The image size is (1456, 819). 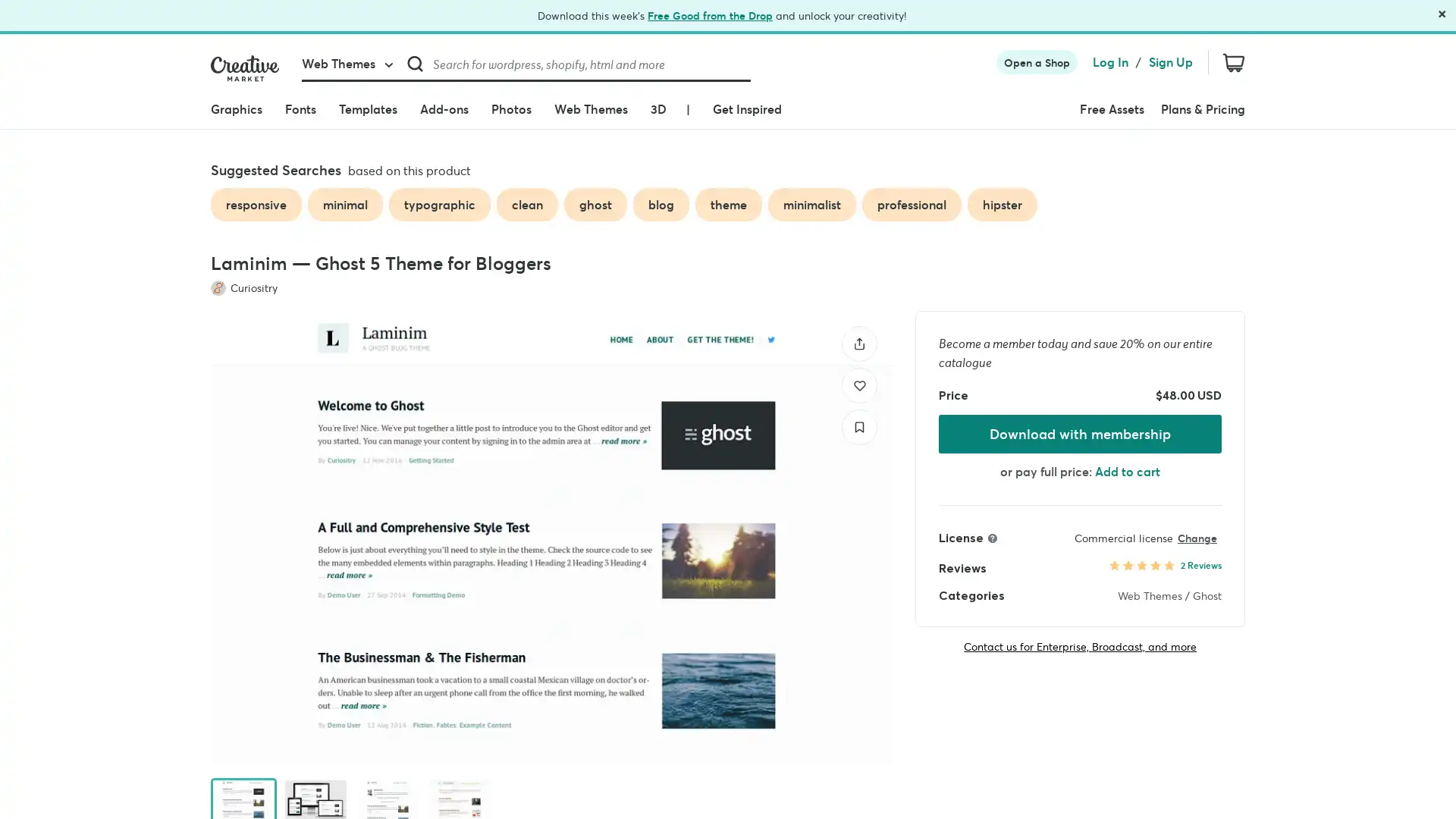 What do you see at coordinates (859, 384) in the screenshot?
I see `Like` at bounding box center [859, 384].